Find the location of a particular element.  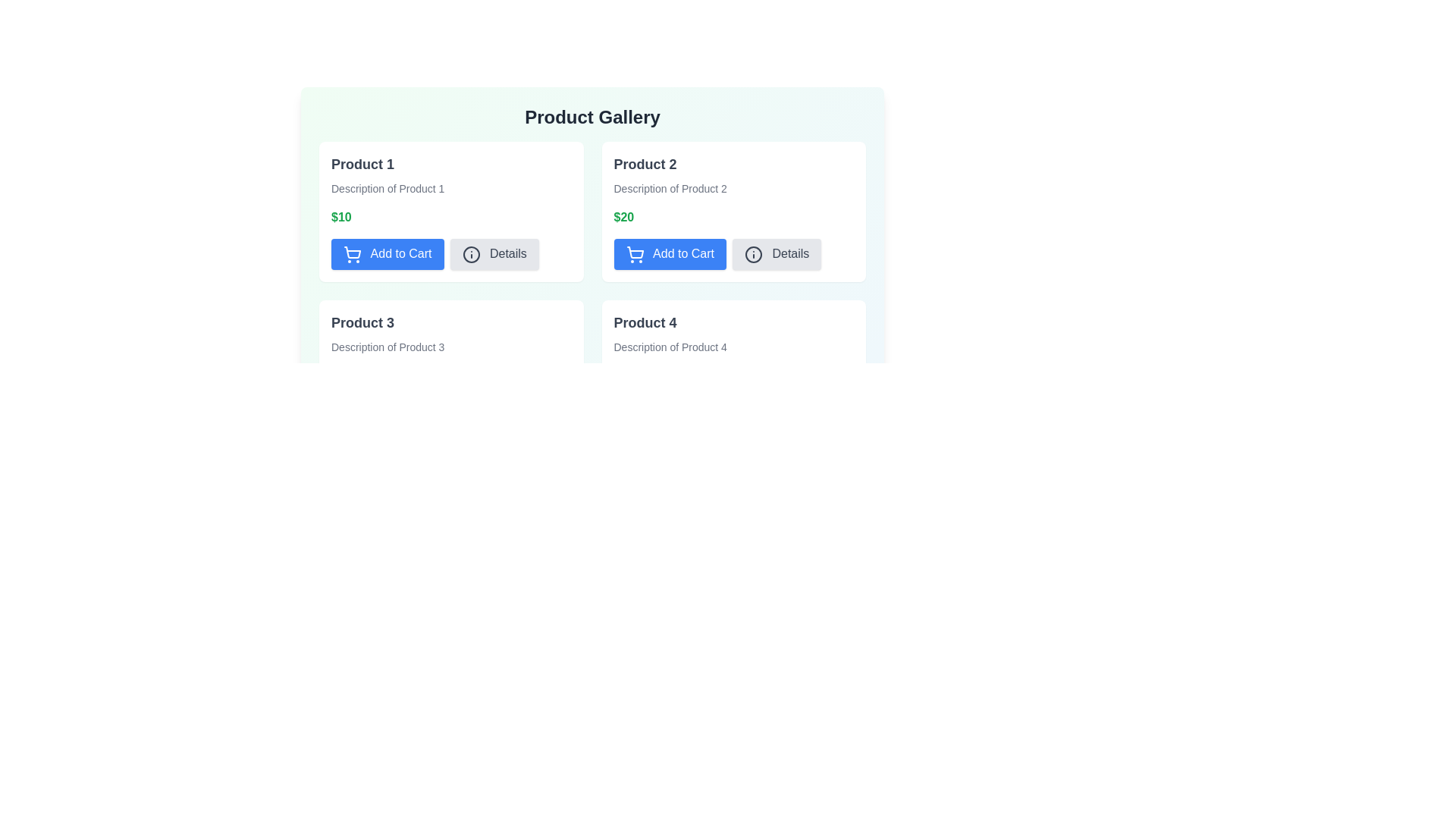

the static text label element displaying 'Description of Product 4', which is located beneath the title 'Product 4' and above the price indicator '$40' in the fourth product card is located at coordinates (670, 347).